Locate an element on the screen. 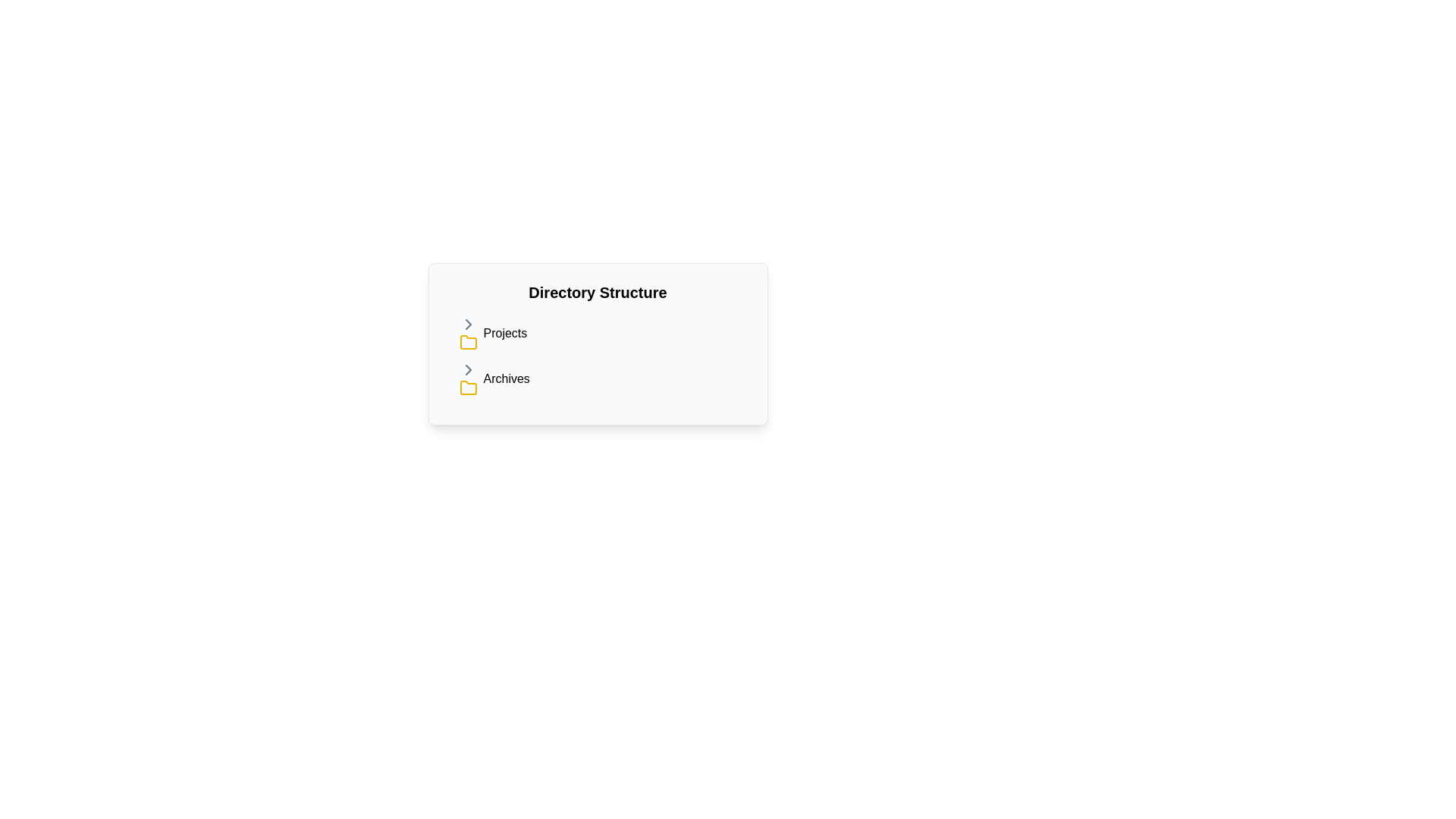  the 'Projects' folder icon in the directory structure is located at coordinates (467, 342).